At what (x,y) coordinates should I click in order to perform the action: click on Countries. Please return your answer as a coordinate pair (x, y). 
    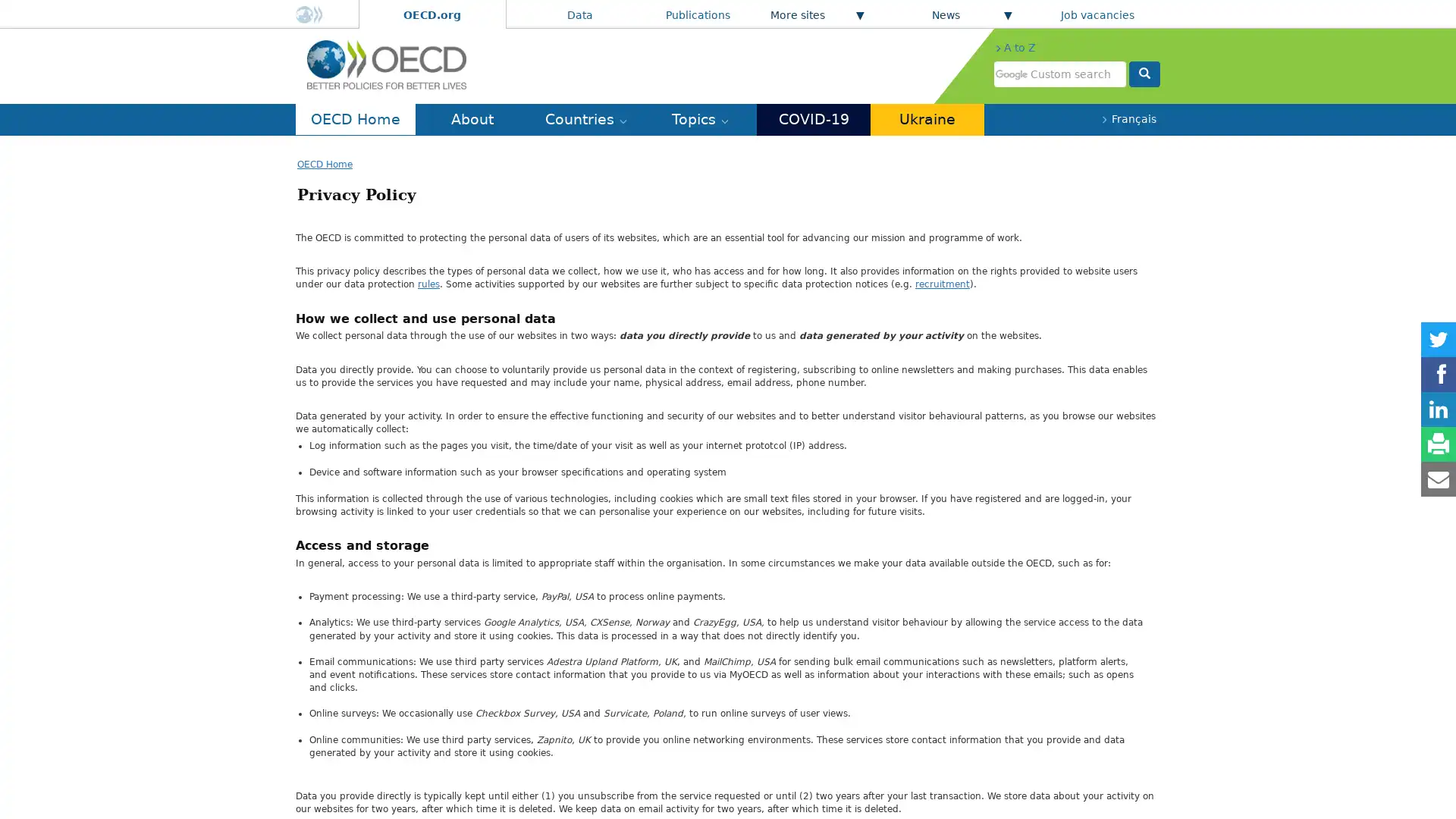
    Looking at the image, I should click on (585, 118).